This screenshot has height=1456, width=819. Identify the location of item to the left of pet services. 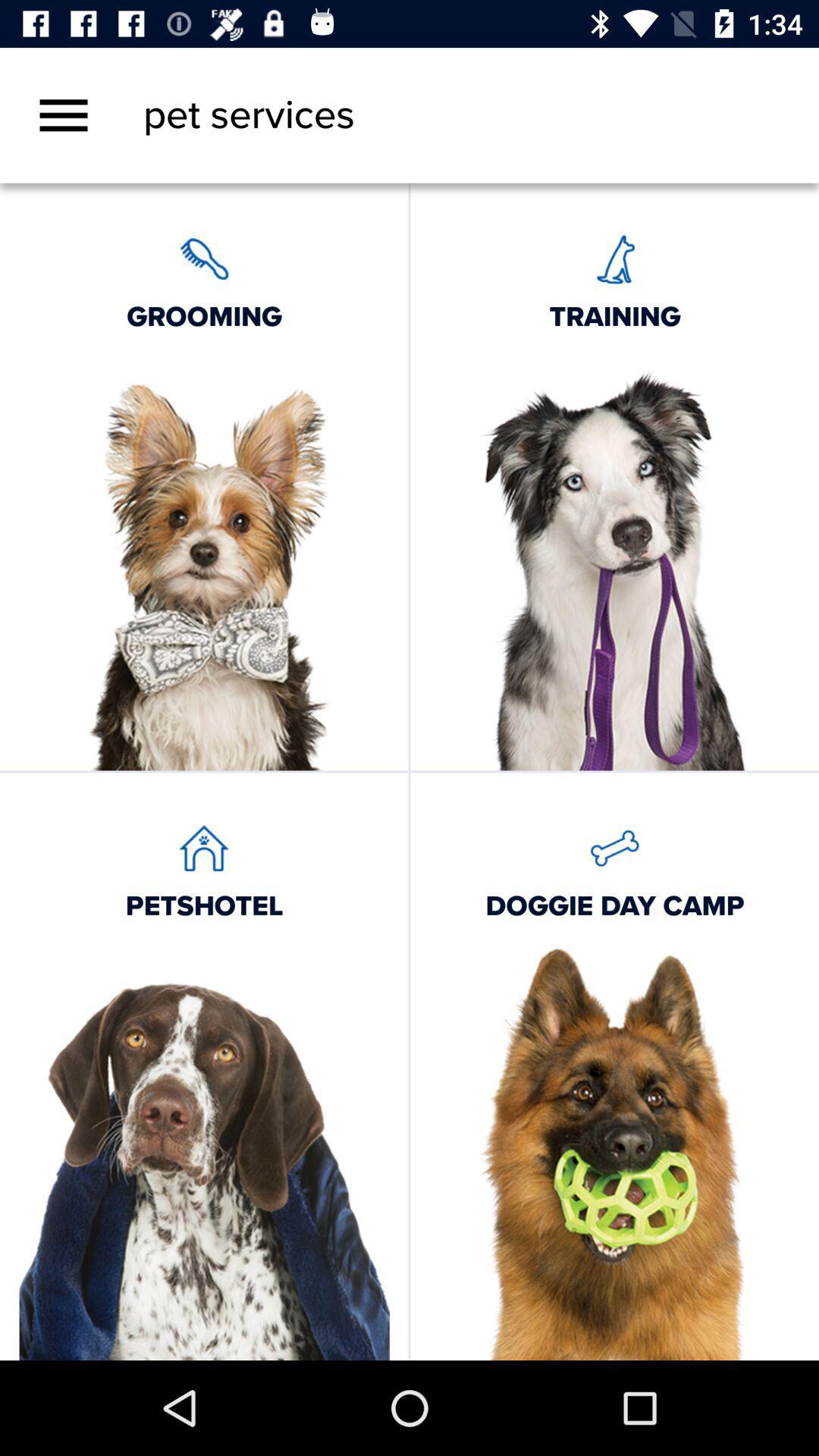
(63, 115).